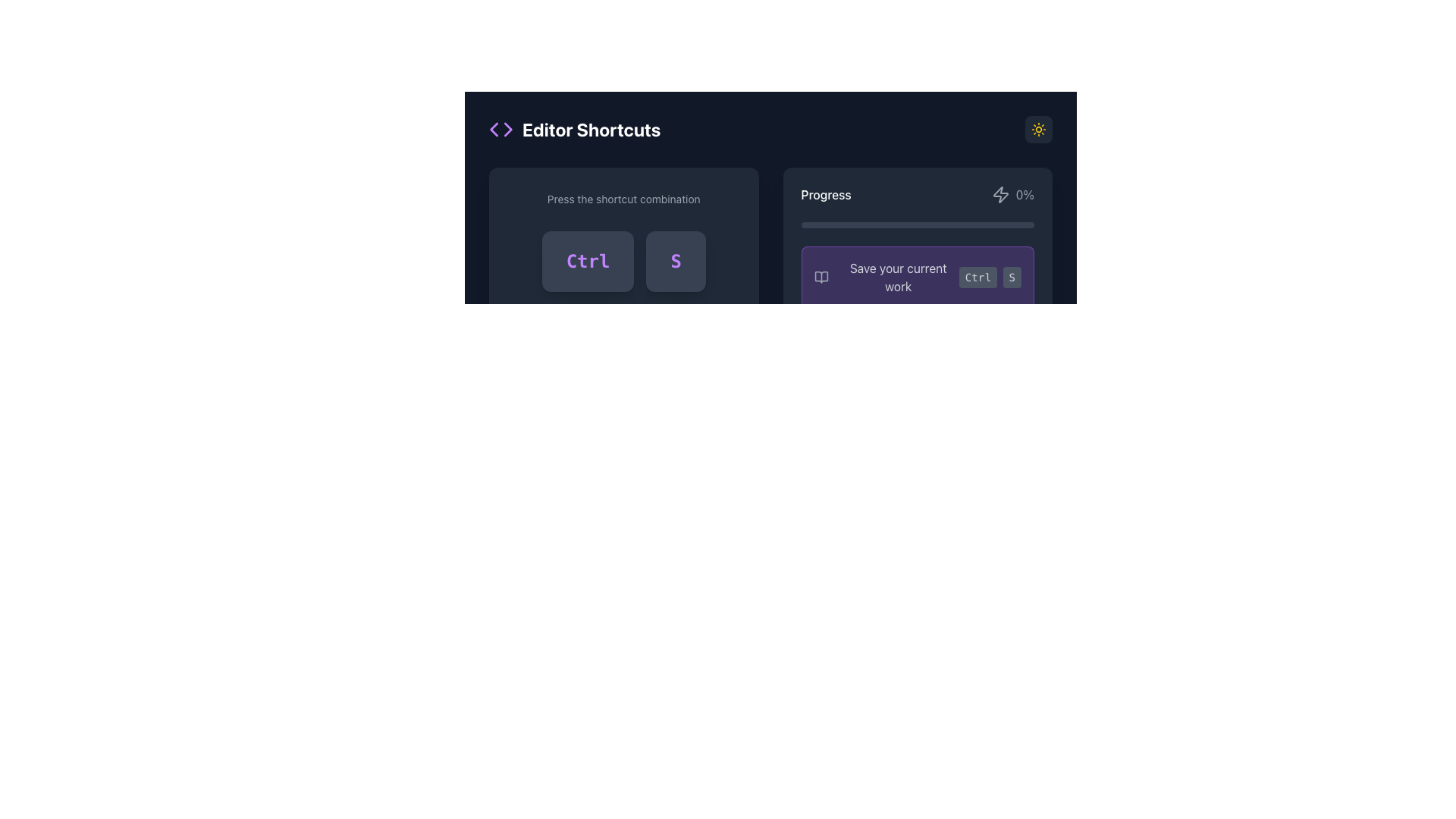 The height and width of the screenshot is (819, 1456). I want to click on the composite keyboard shortcut representation located below the 'Press the shortcut combination' label, so click(623, 260).